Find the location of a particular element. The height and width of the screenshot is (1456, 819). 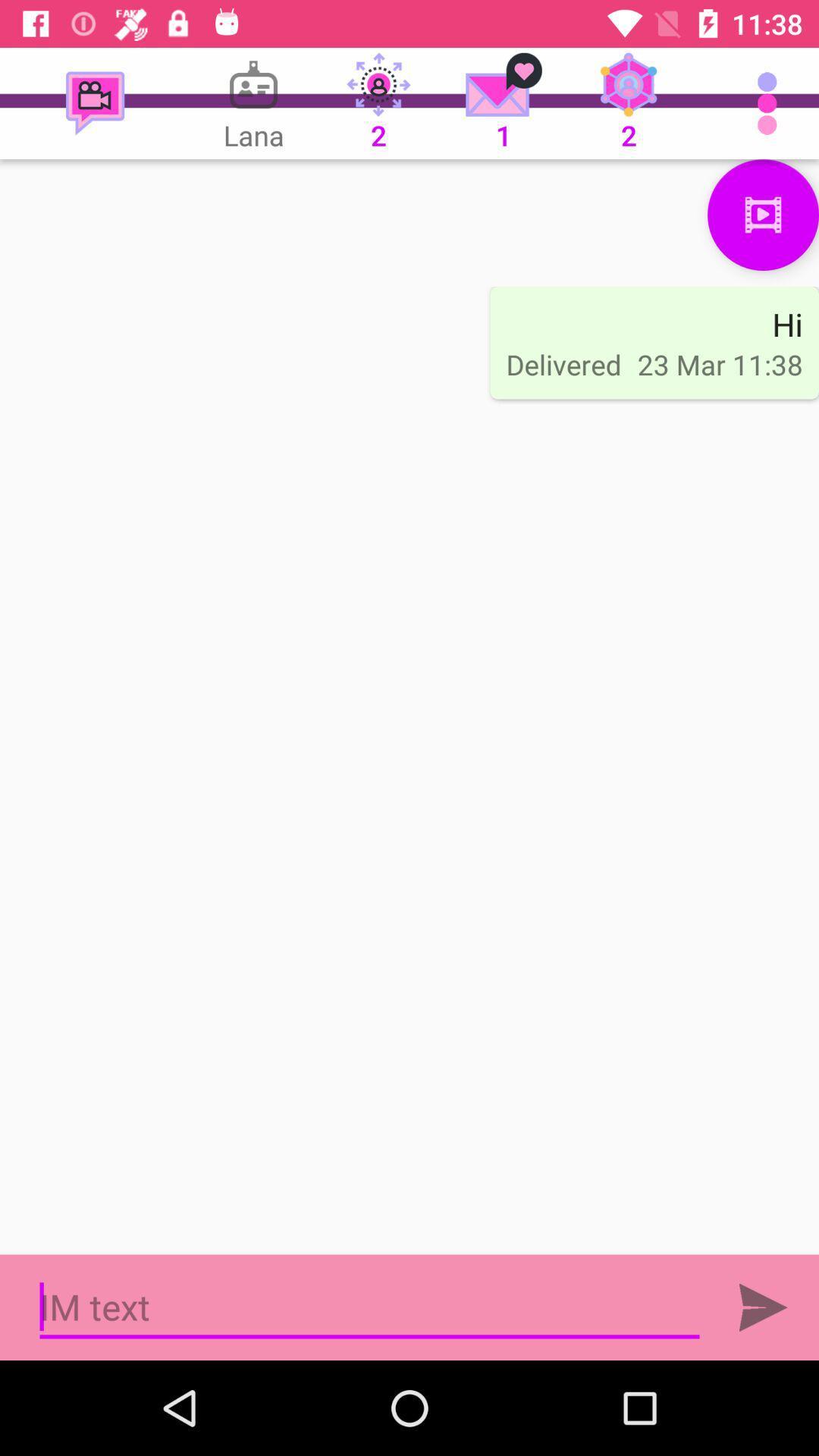

open keyboard is located at coordinates (369, 1307).